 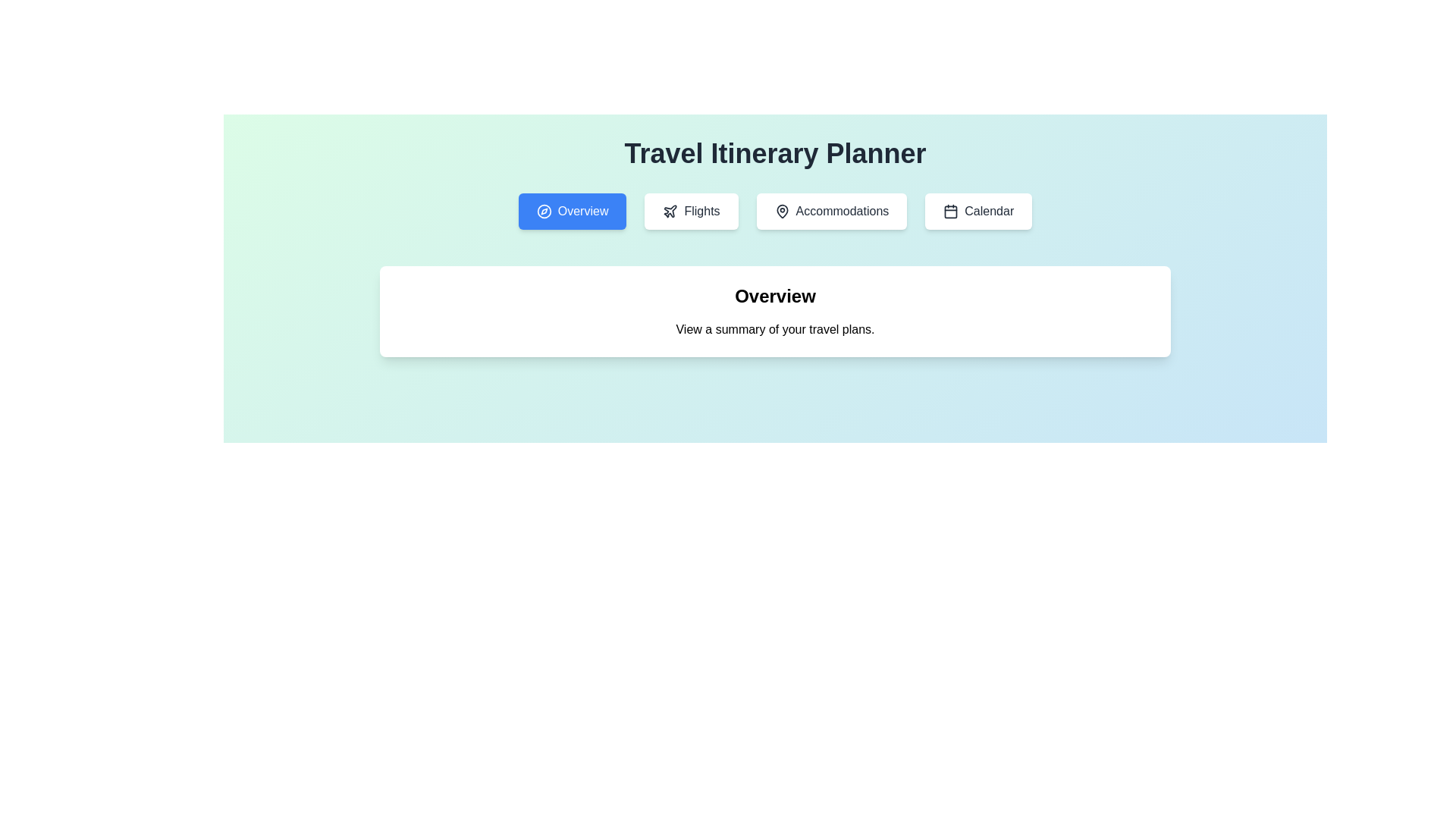 I want to click on the 'Accommodations' button in the horizontal menu located beneath the 'Travel Itinerary Planner' title, so click(x=830, y=211).